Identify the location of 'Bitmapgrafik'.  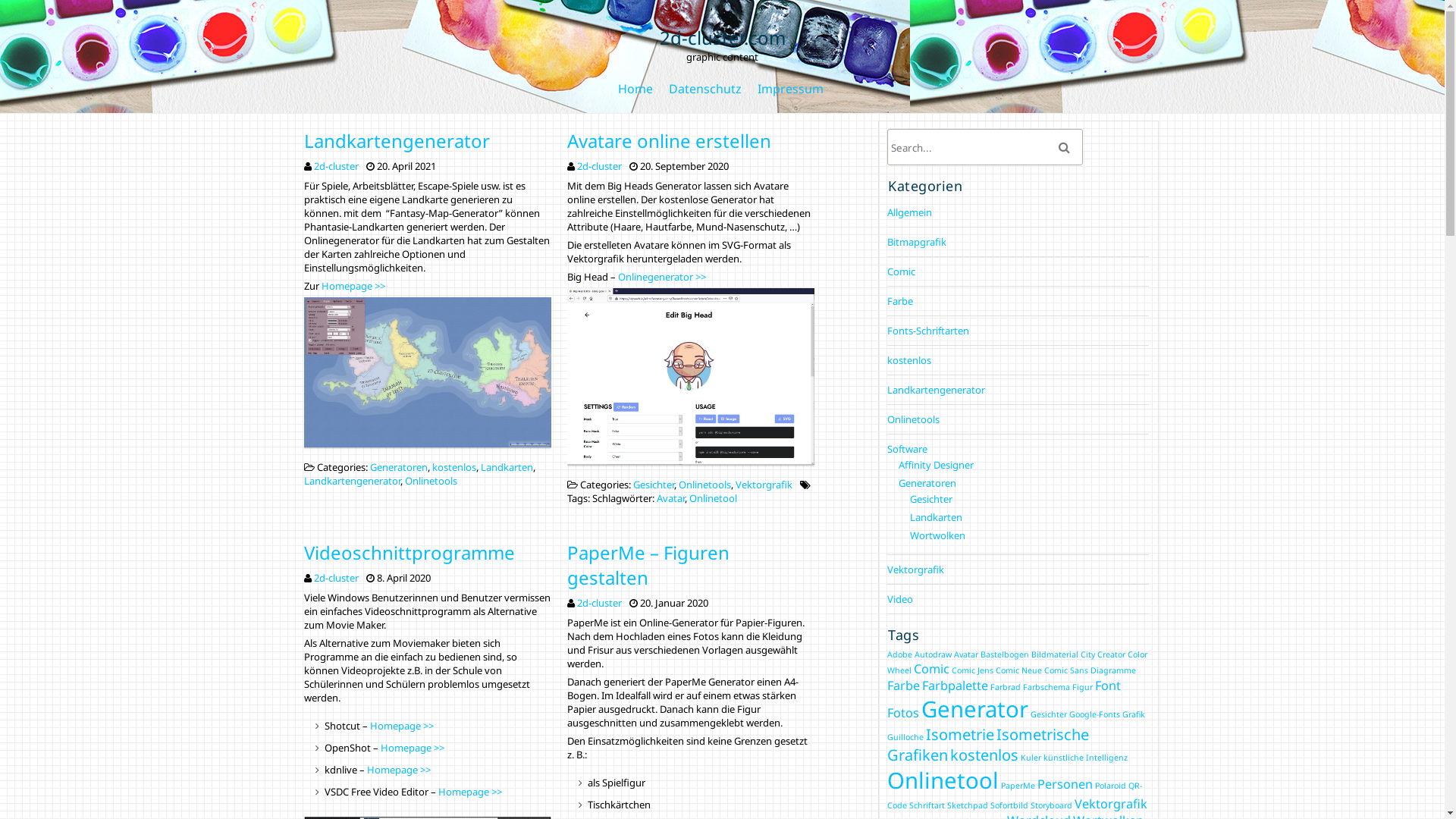
(916, 241).